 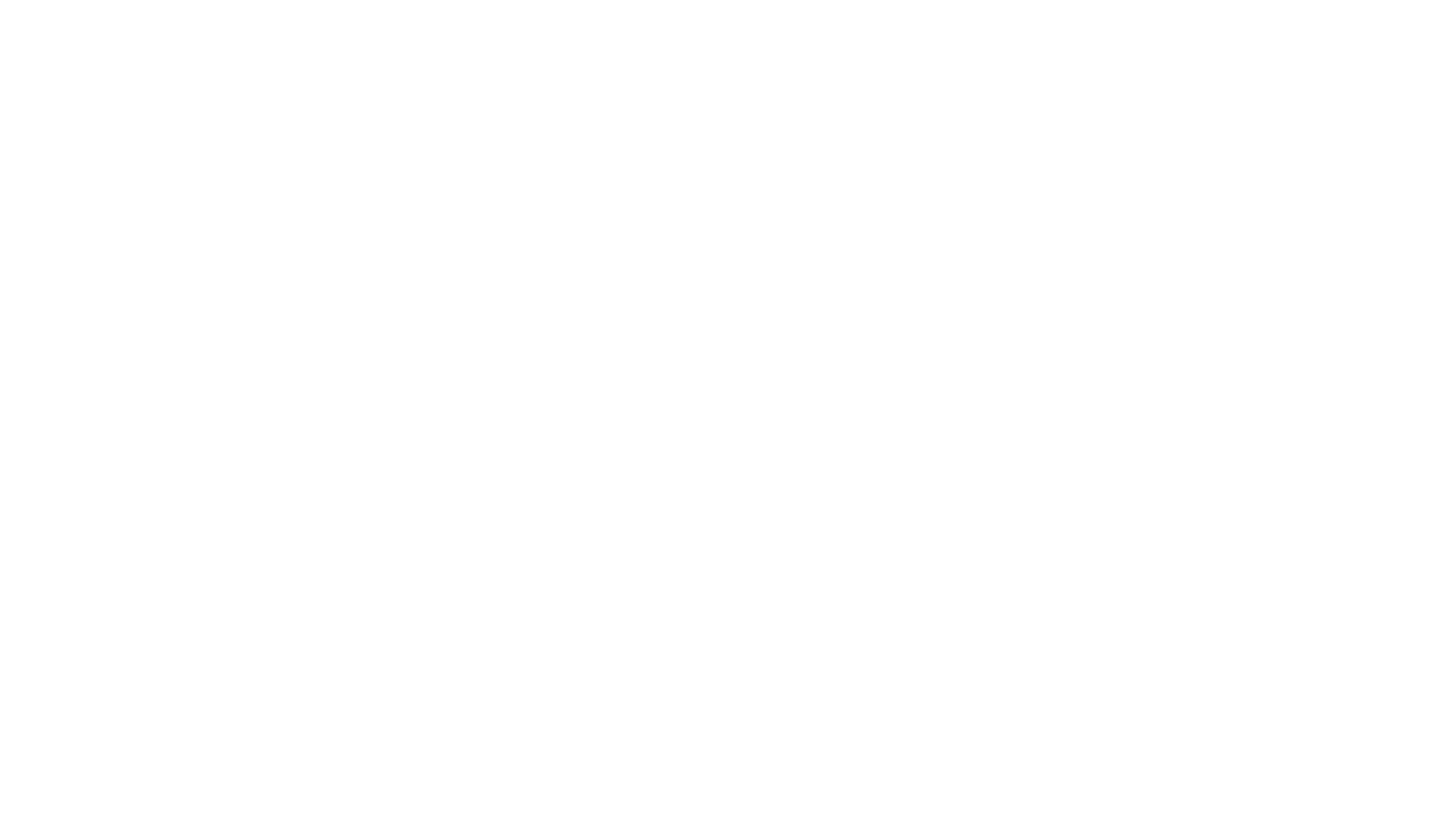 I want to click on 'This year we embarked on planting a perry orchard at the front of the farm covering 2.5acres with bush perry pears (about 500 trees) of 10 varieties including Helens Early, Hendre Huffcap, Gin, Blakney Red, Thorn and more. We have also planted 1acre of full standard apple trees in', so click(x=498, y=640).